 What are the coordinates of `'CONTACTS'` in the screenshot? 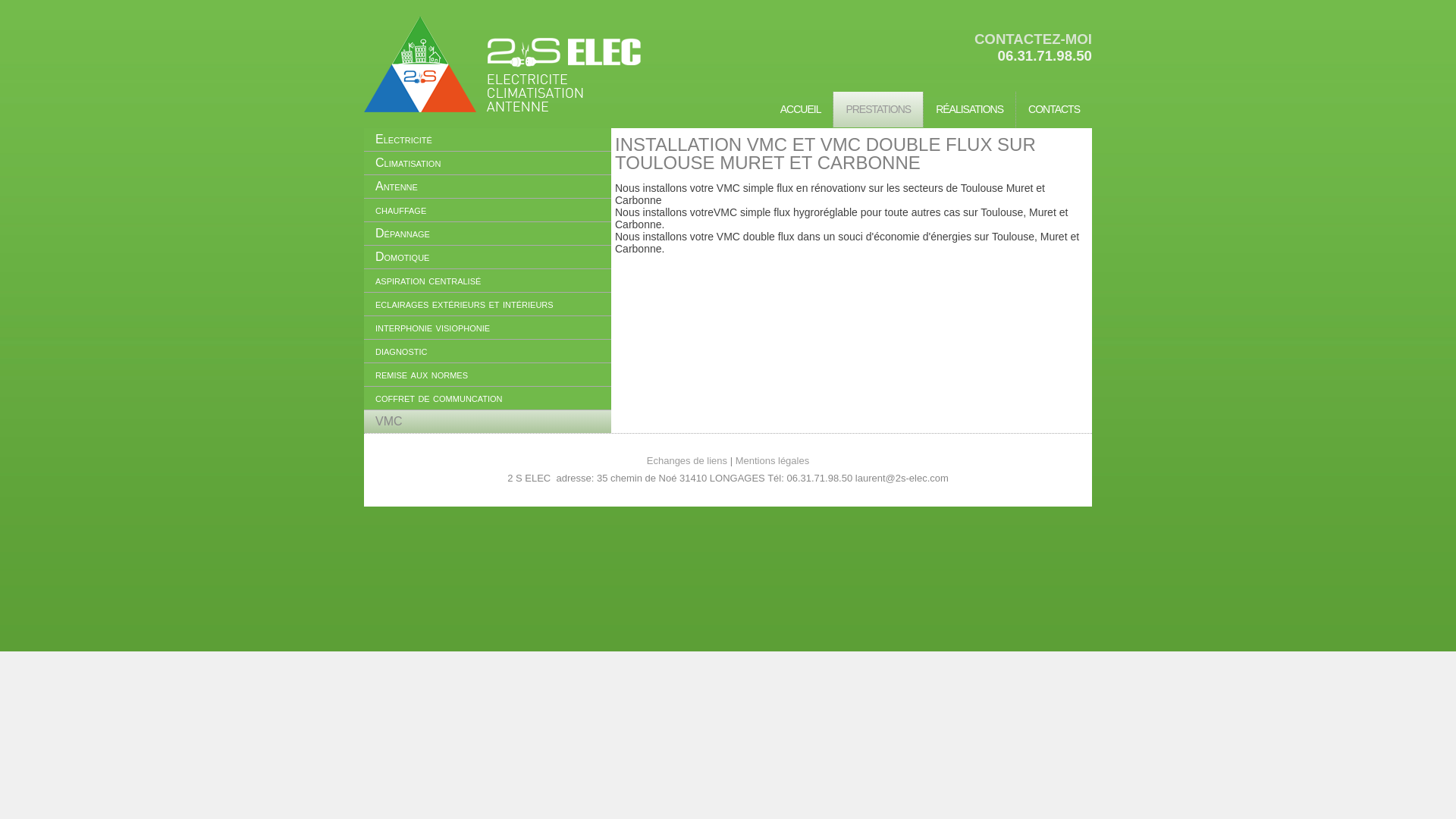 It's located at (1053, 108).